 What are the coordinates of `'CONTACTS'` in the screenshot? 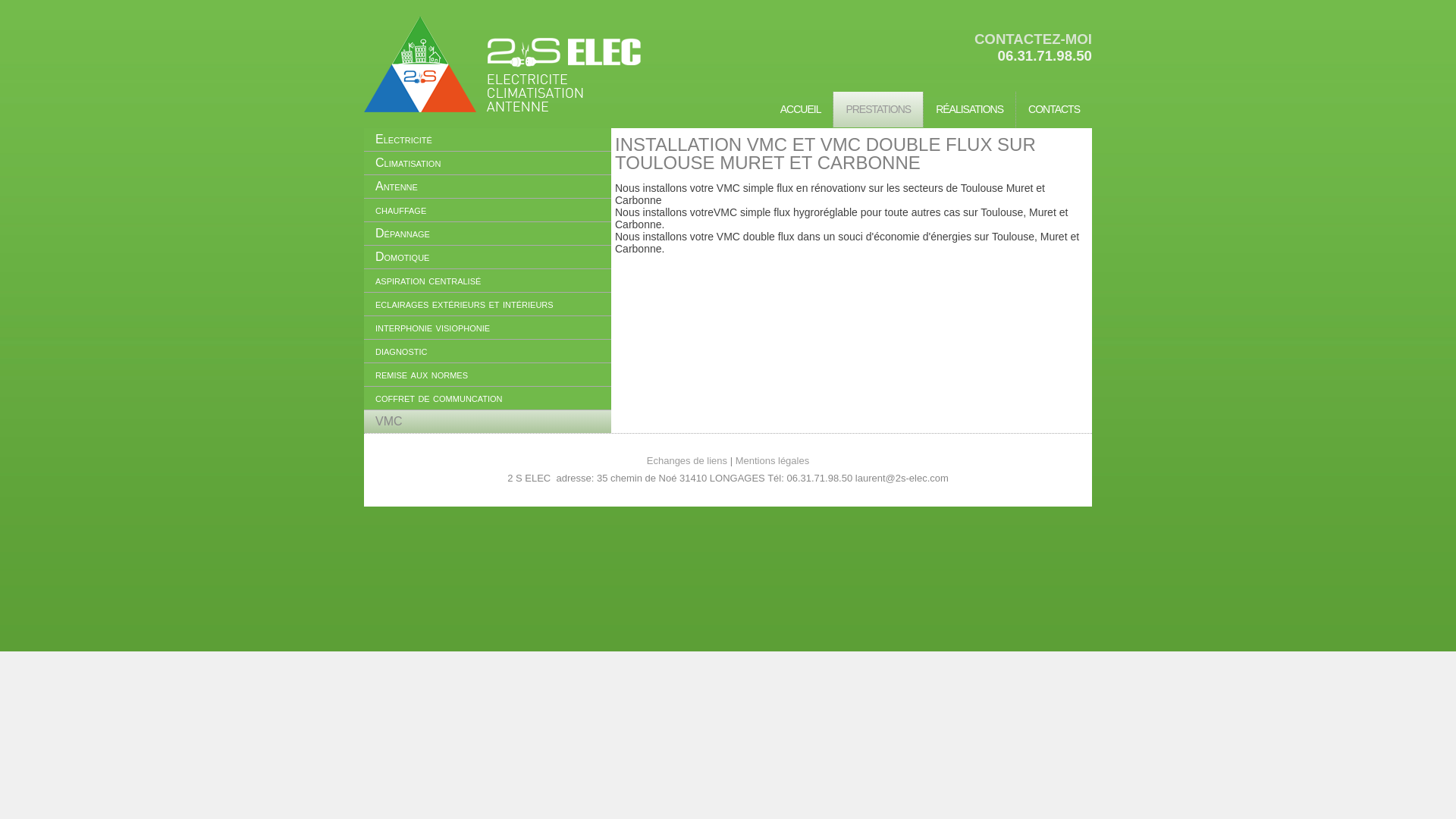 It's located at (1053, 108).